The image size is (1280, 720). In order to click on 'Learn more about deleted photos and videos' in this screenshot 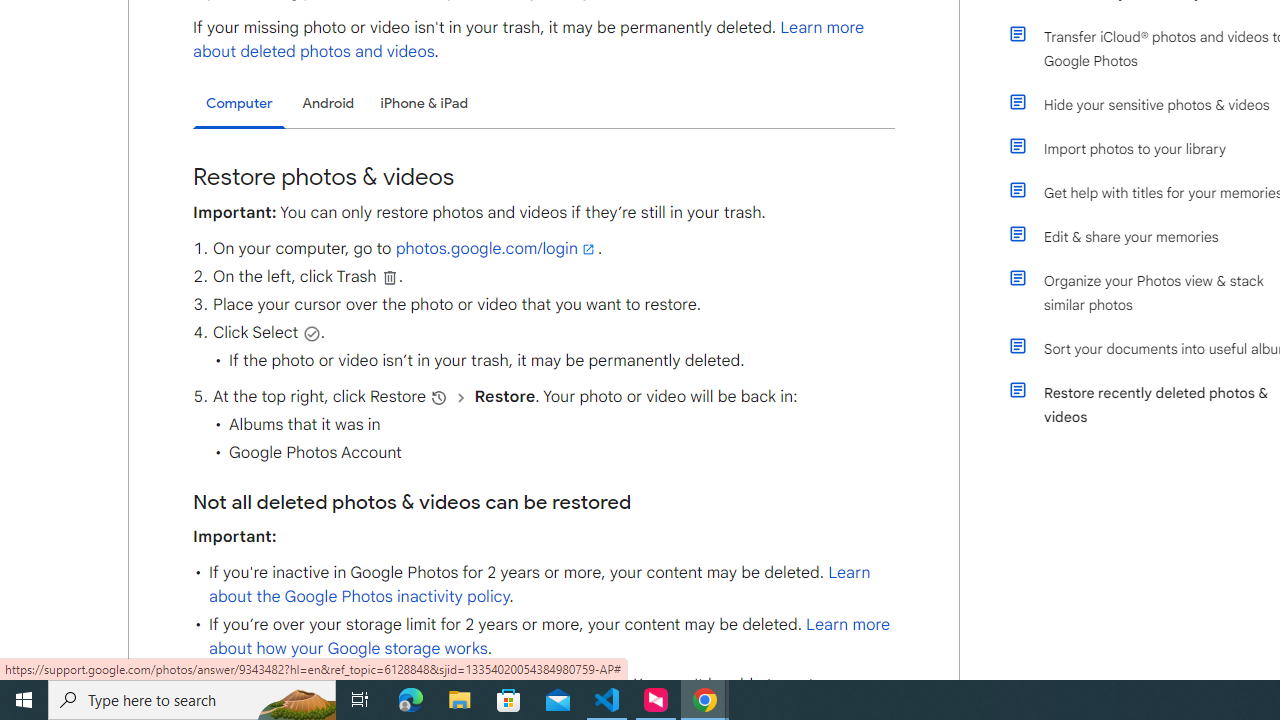, I will do `click(529, 39)`.